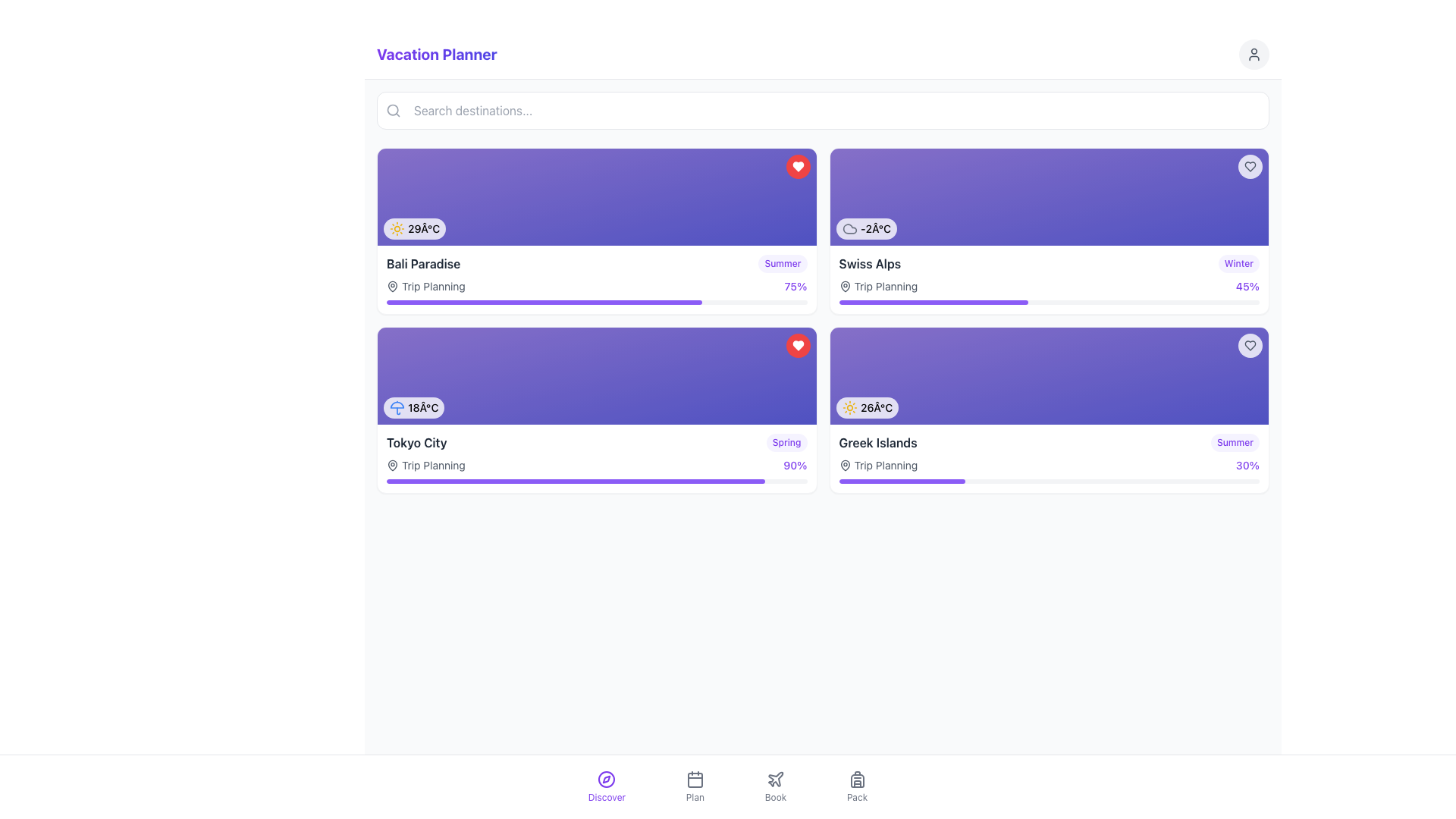 The width and height of the screenshot is (1456, 819). I want to click on text 'Bali Paradise' which serves as the title for a travel destination card in the vacation-themed interface, so click(423, 262).